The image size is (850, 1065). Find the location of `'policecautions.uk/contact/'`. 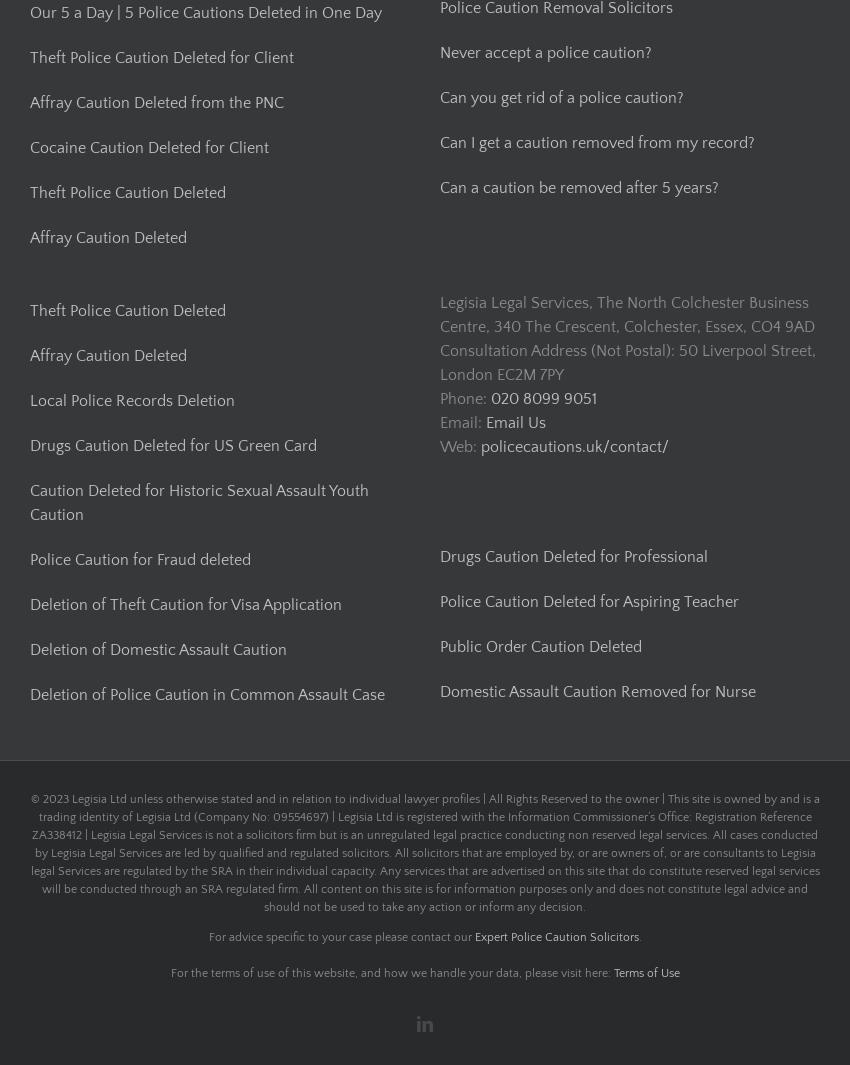

'policecautions.uk/contact/' is located at coordinates (575, 445).